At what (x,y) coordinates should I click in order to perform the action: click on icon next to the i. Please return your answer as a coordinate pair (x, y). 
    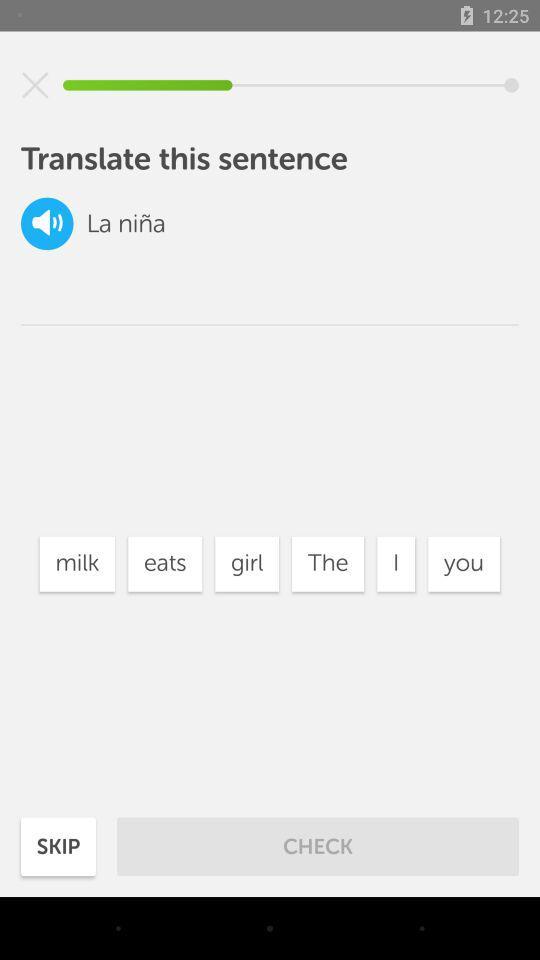
    Looking at the image, I should click on (464, 564).